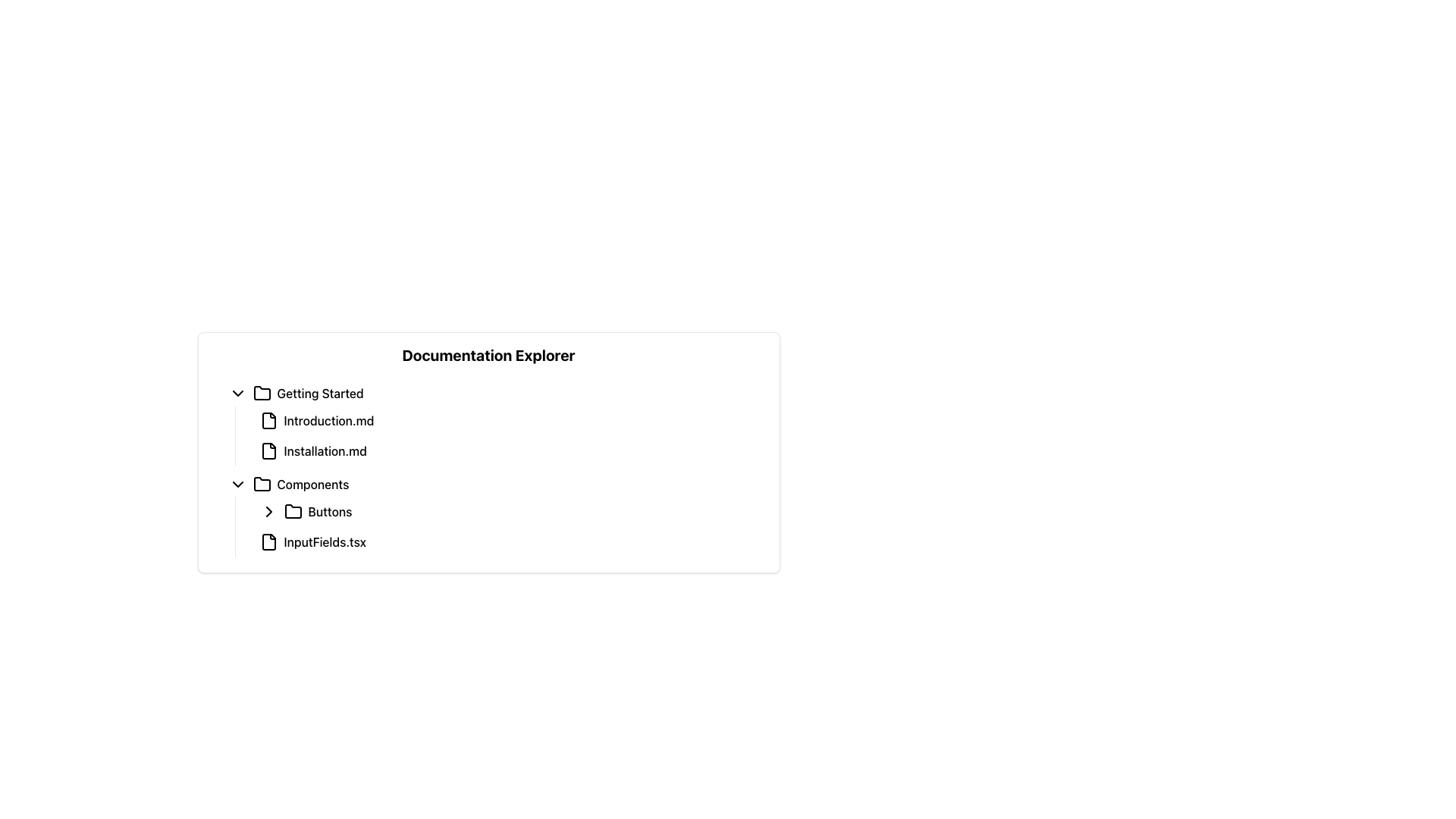 This screenshot has height=819, width=1456. Describe the element at coordinates (268, 512) in the screenshot. I see `the SVG chevron icon that indicates the expandability of the 'Buttons' folder in the Documentation Explorer` at that location.